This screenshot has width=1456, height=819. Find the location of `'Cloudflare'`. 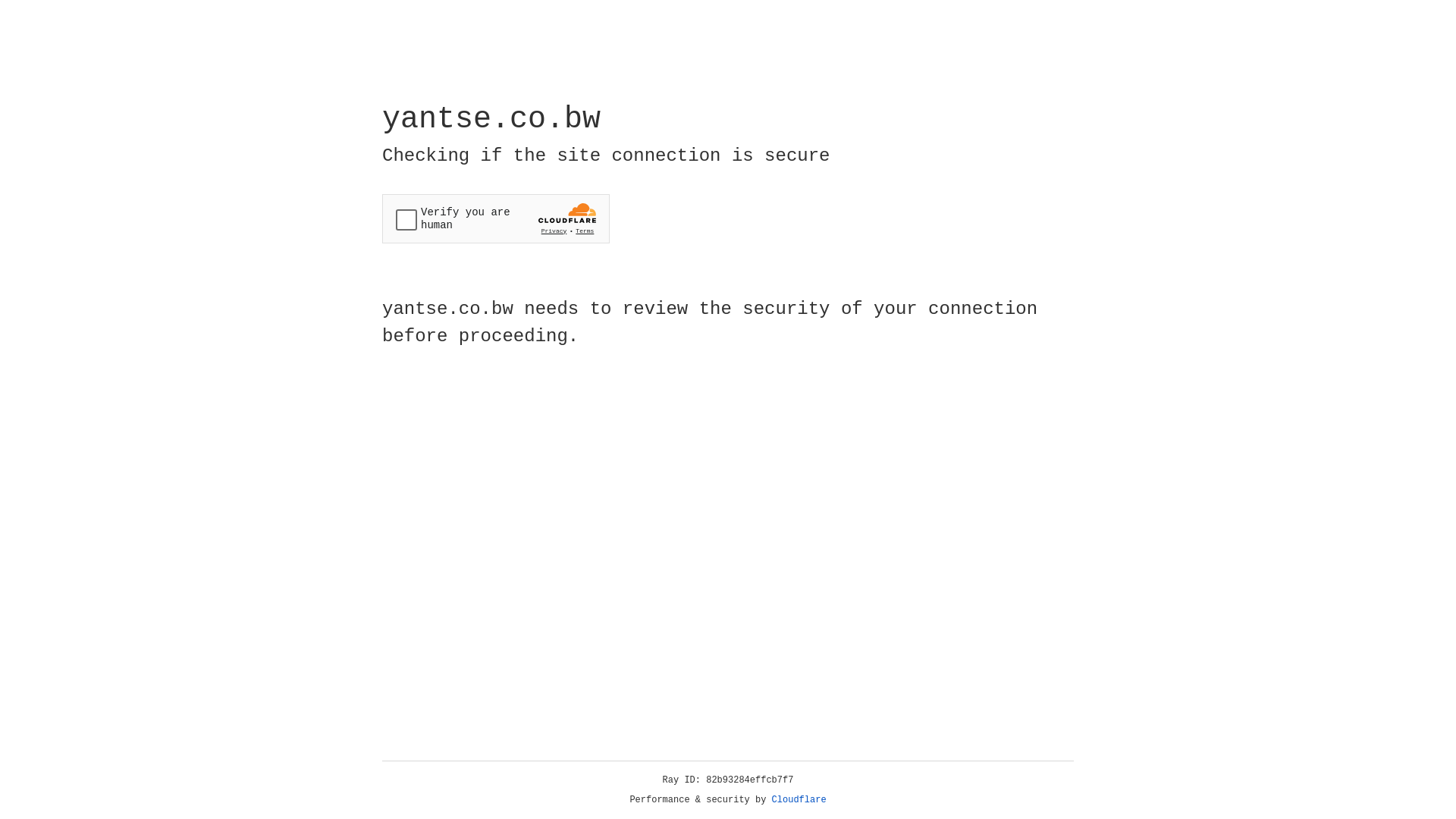

'Cloudflare' is located at coordinates (799, 799).